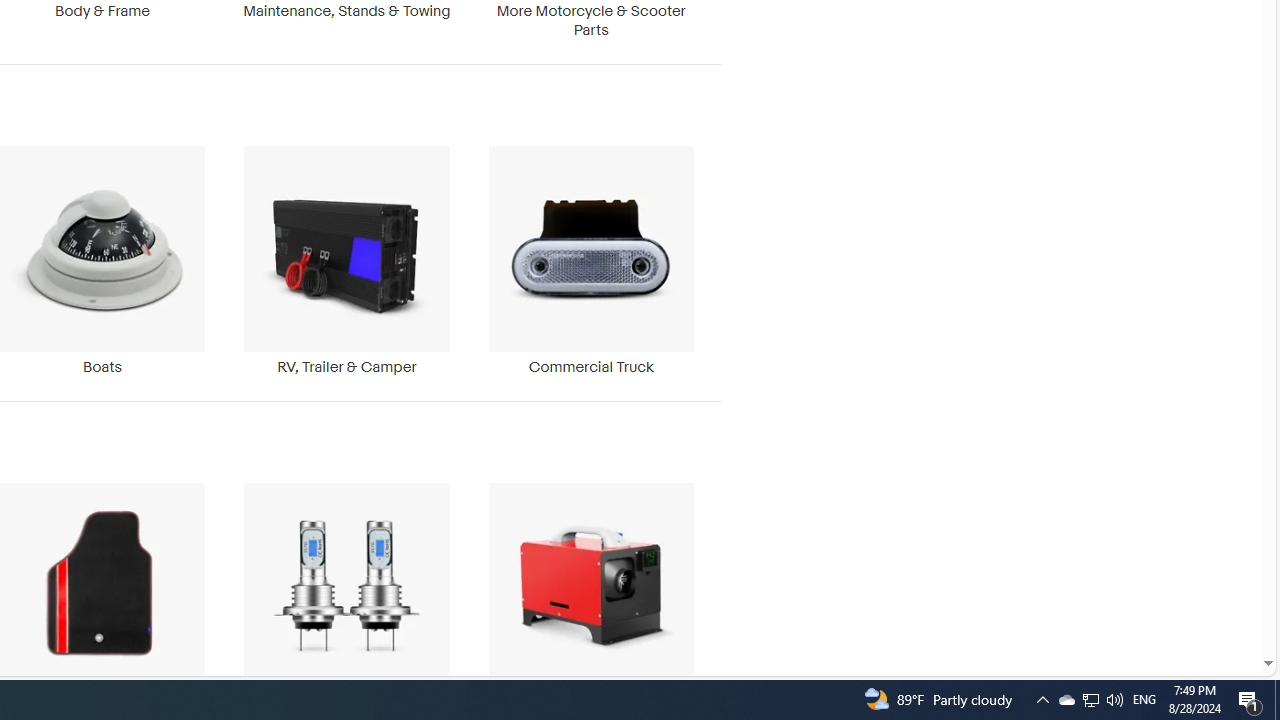 This screenshot has width=1280, height=720. I want to click on 'Commercial Truck', so click(590, 260).